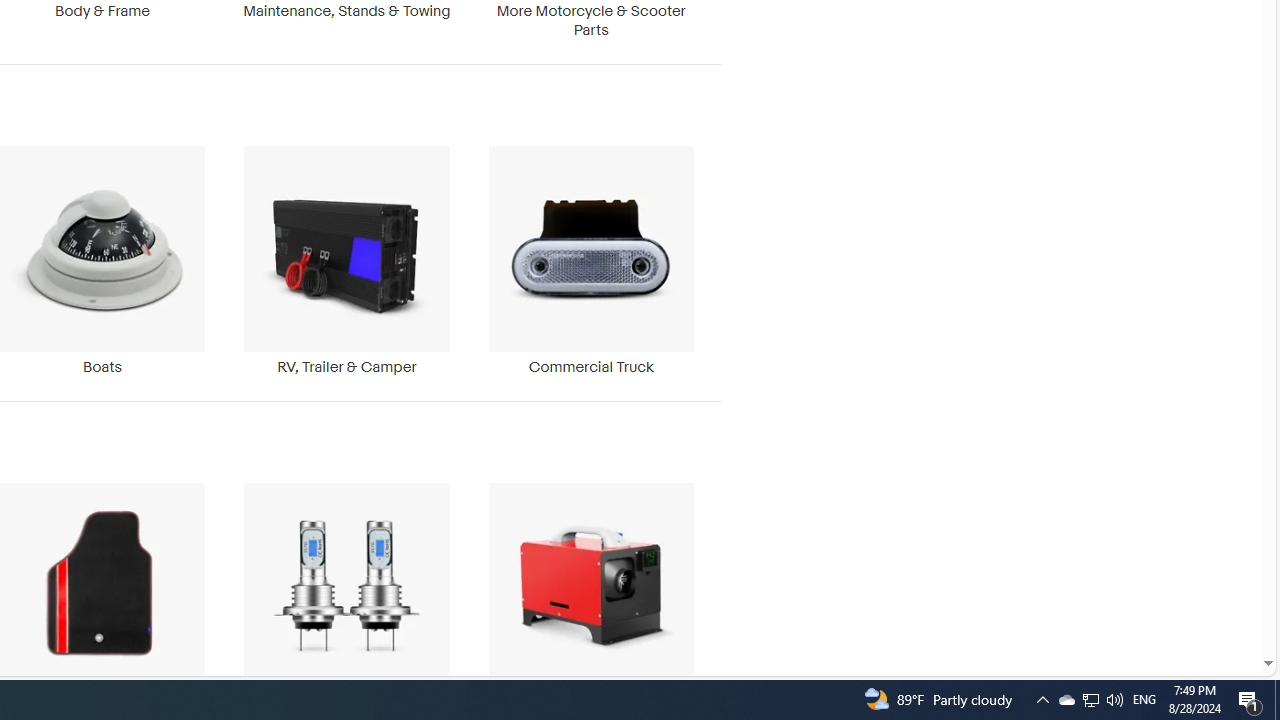 This screenshot has width=1280, height=720. I want to click on 'Commercial Truck', so click(590, 260).